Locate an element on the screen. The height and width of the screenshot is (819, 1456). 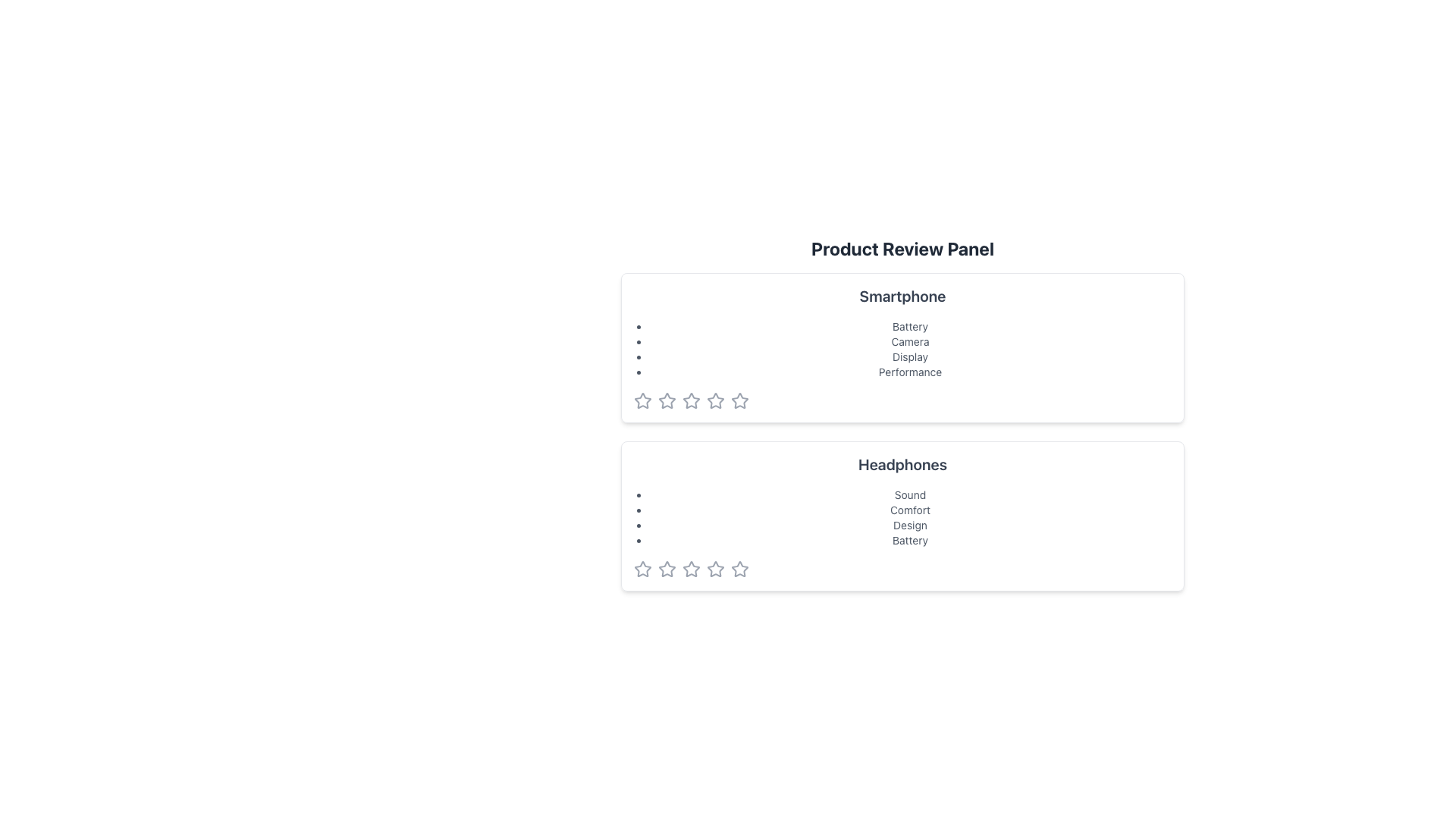
the leftmost star icon in the rating system beneath the 'Headphones' section is located at coordinates (643, 569).